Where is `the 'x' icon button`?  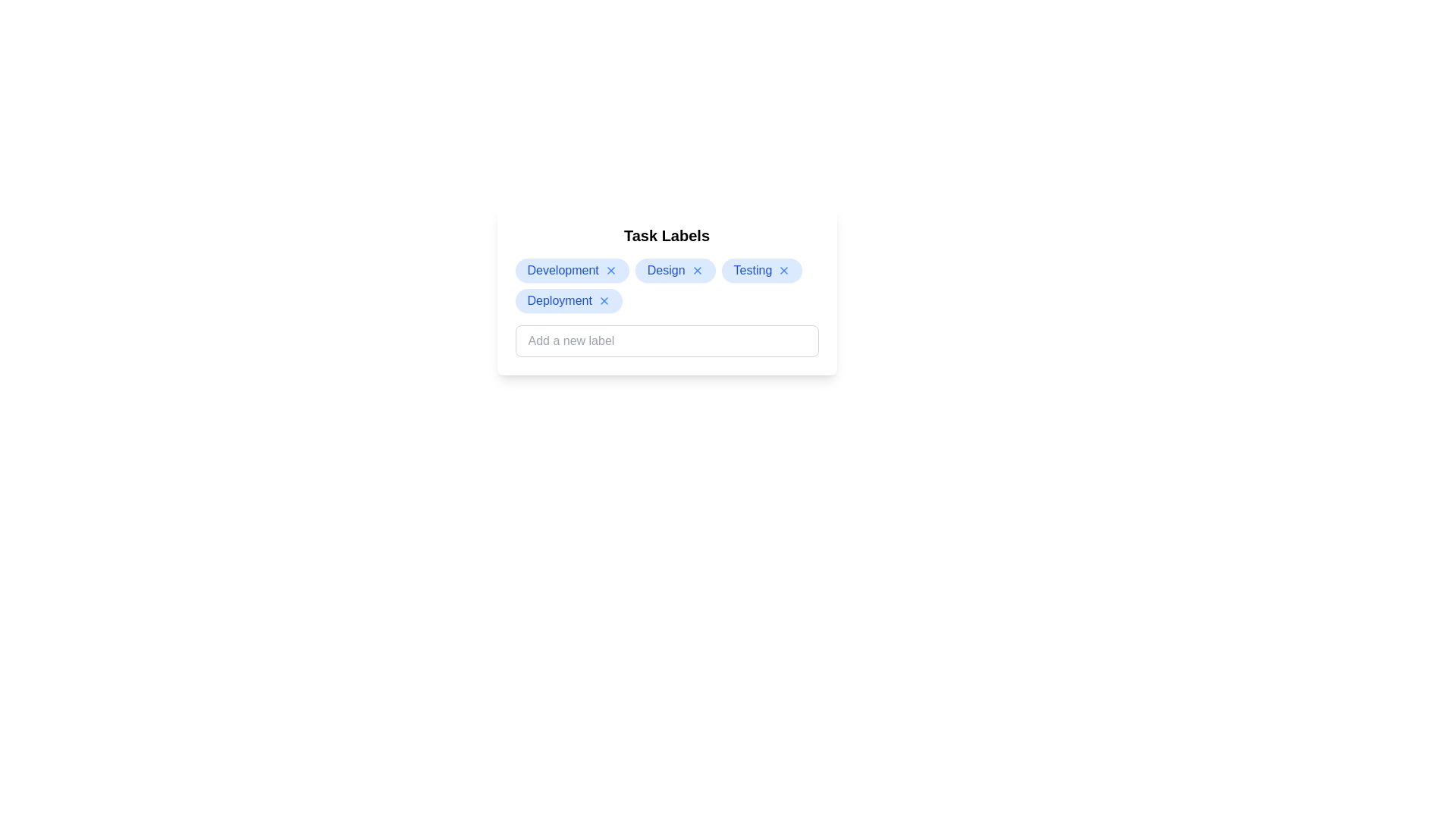
the 'x' icon button is located at coordinates (610, 270).